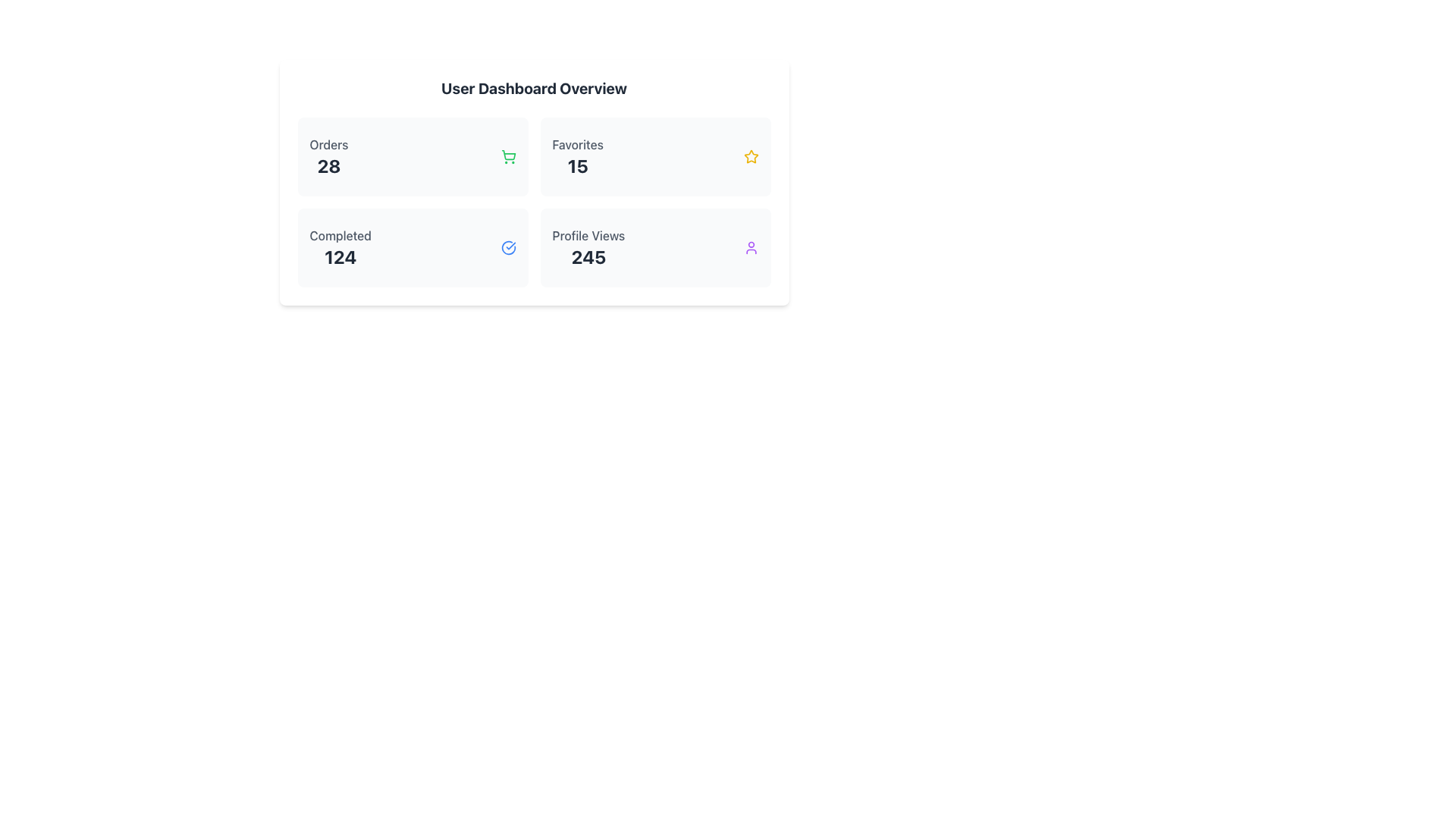 This screenshot has width=1456, height=819. I want to click on the shopping cart icon located in the top-right corner of the 'Orders' card, next to the numerical value '28', so click(508, 157).